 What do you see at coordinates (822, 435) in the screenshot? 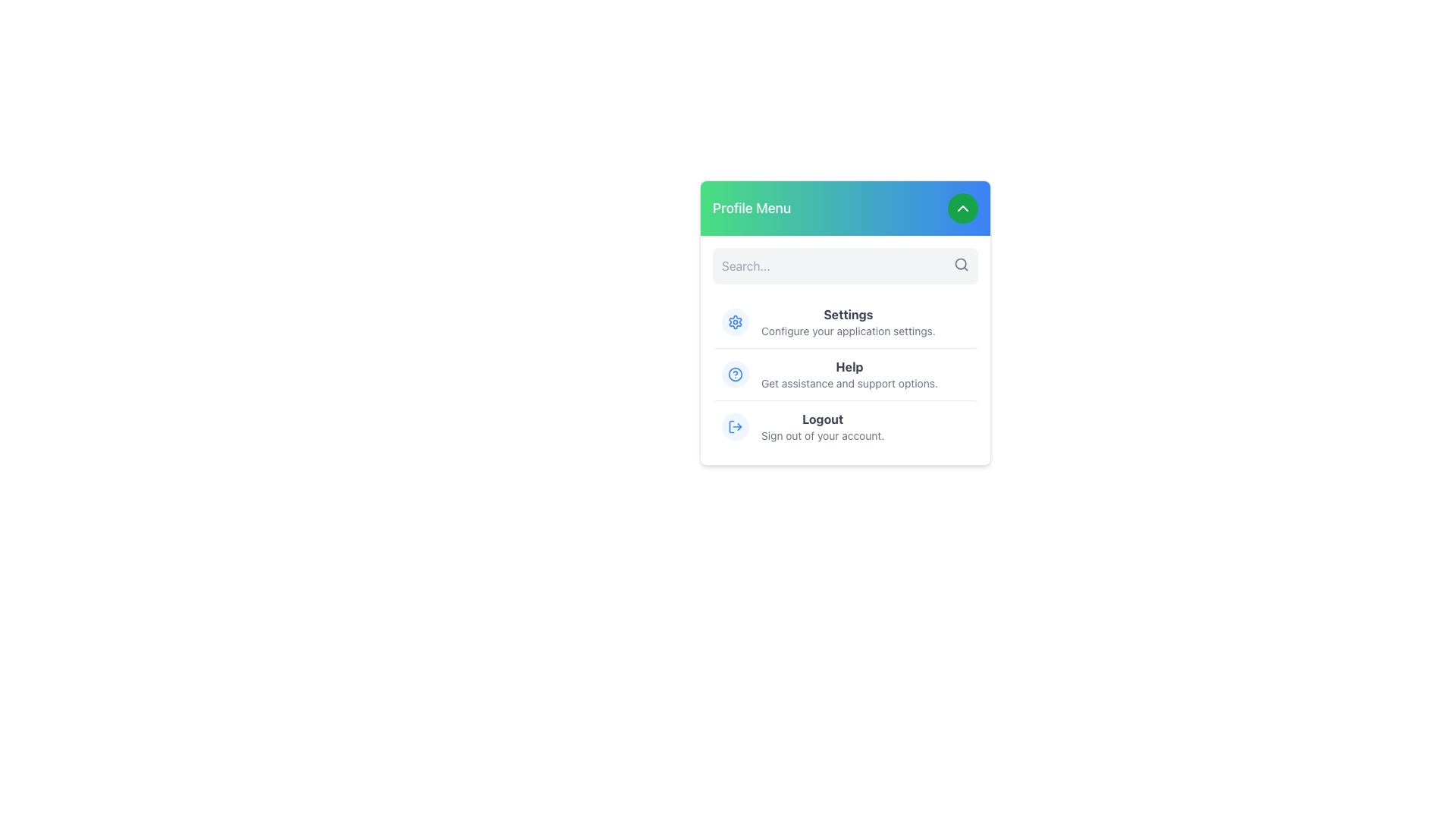
I see `the descriptive text label providing context for the 'Logout' action in the profile menu popup, located directly below the 'Logout' button` at bounding box center [822, 435].